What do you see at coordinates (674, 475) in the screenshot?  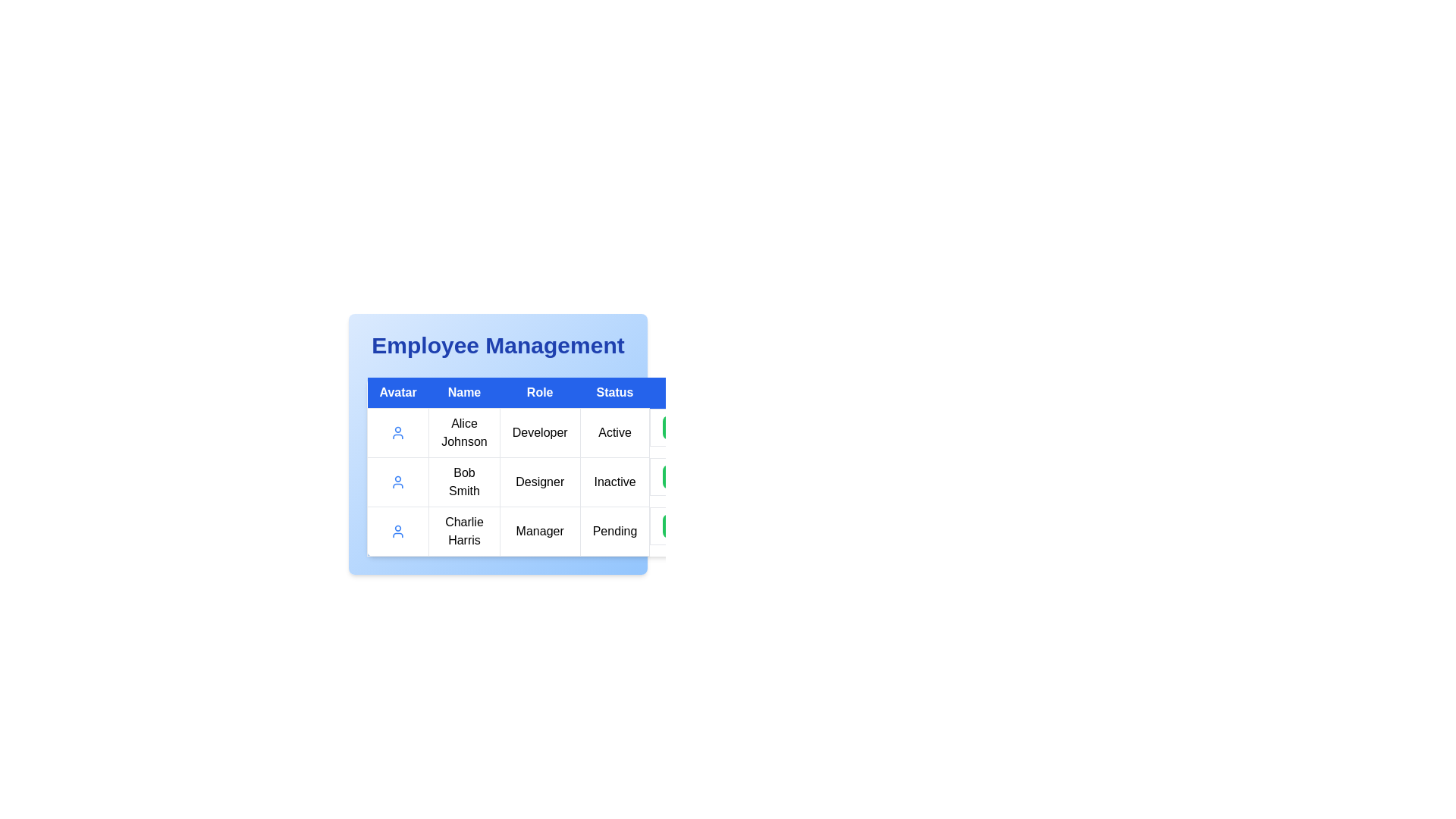 I see `the interactive button located in the 'Status' column of Bob Smith's row` at bounding box center [674, 475].